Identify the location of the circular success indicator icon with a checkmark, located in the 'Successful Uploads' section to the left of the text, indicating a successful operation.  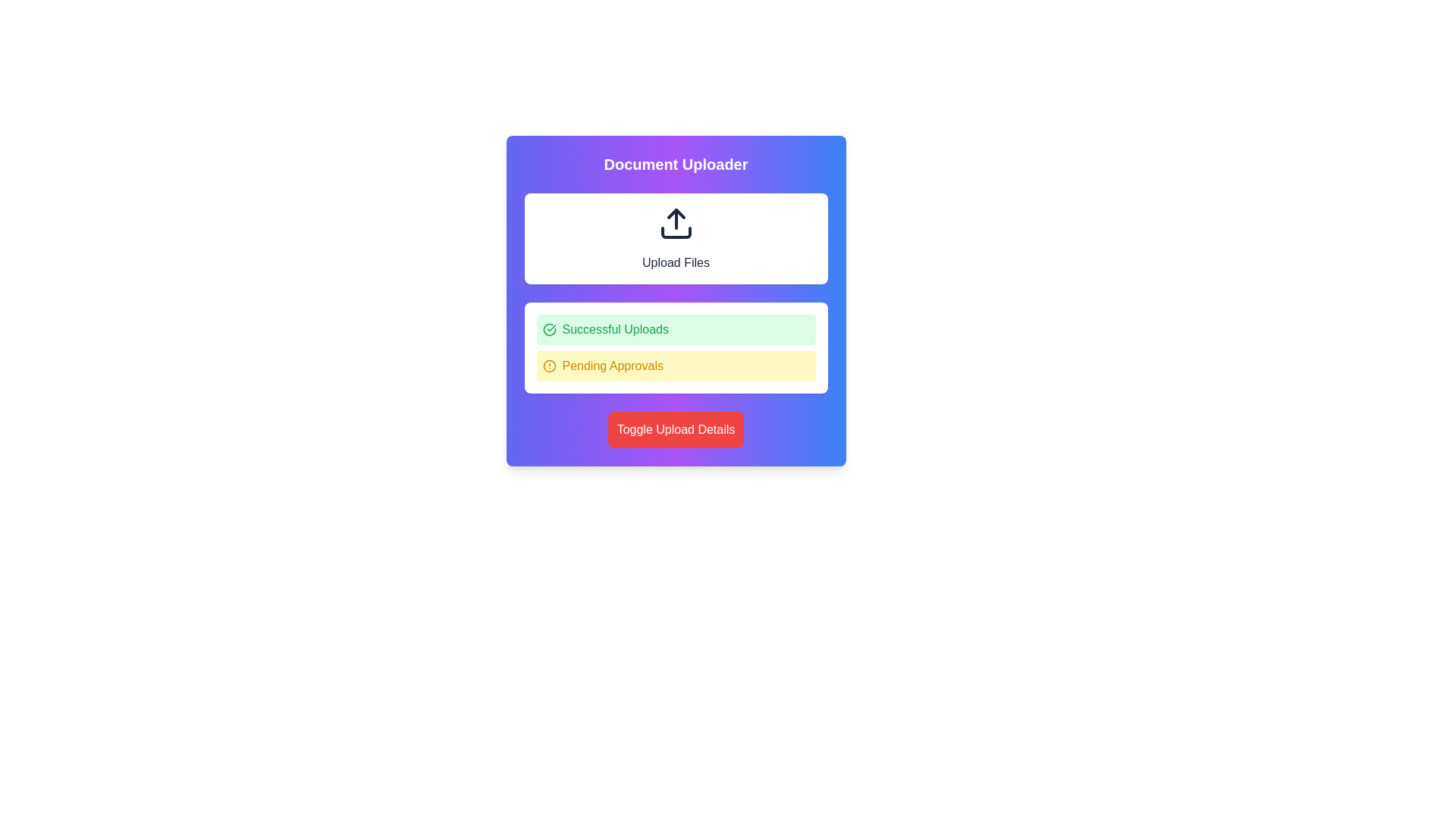
(548, 329).